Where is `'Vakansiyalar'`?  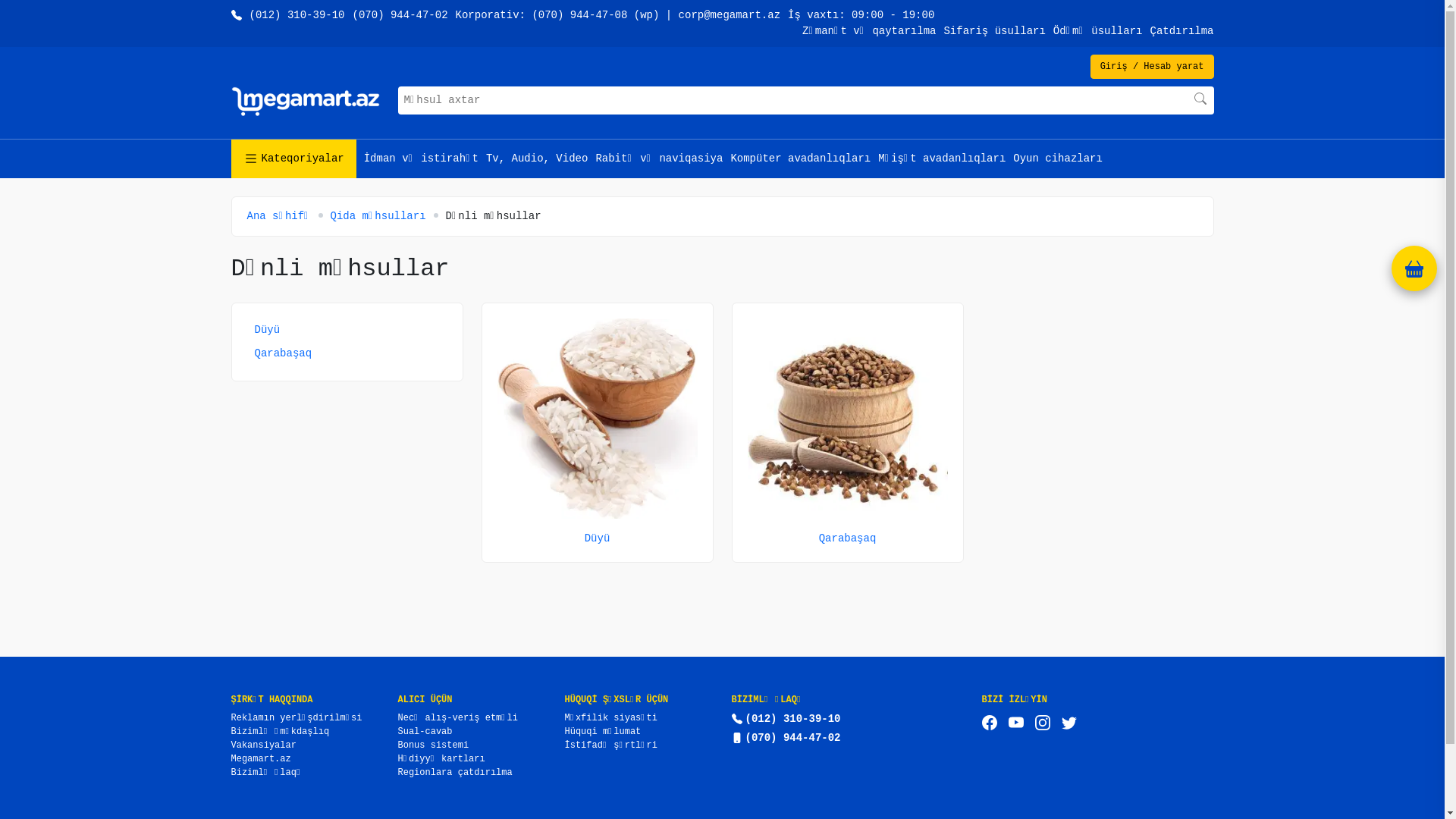
'Vakansiyalar' is located at coordinates (262, 745).